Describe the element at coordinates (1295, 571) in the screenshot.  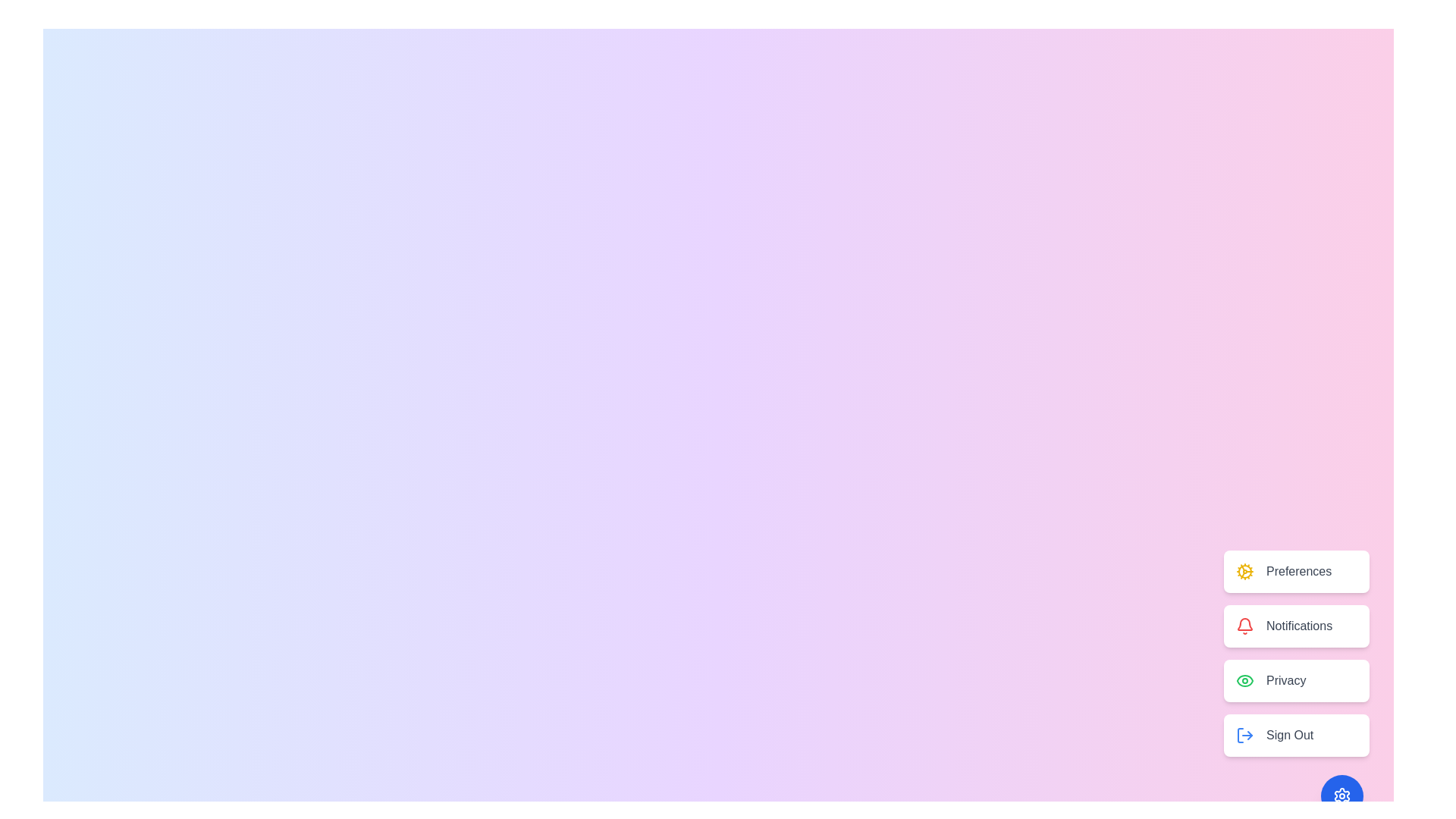
I see `the Preferences button to select the Preferences option` at that location.